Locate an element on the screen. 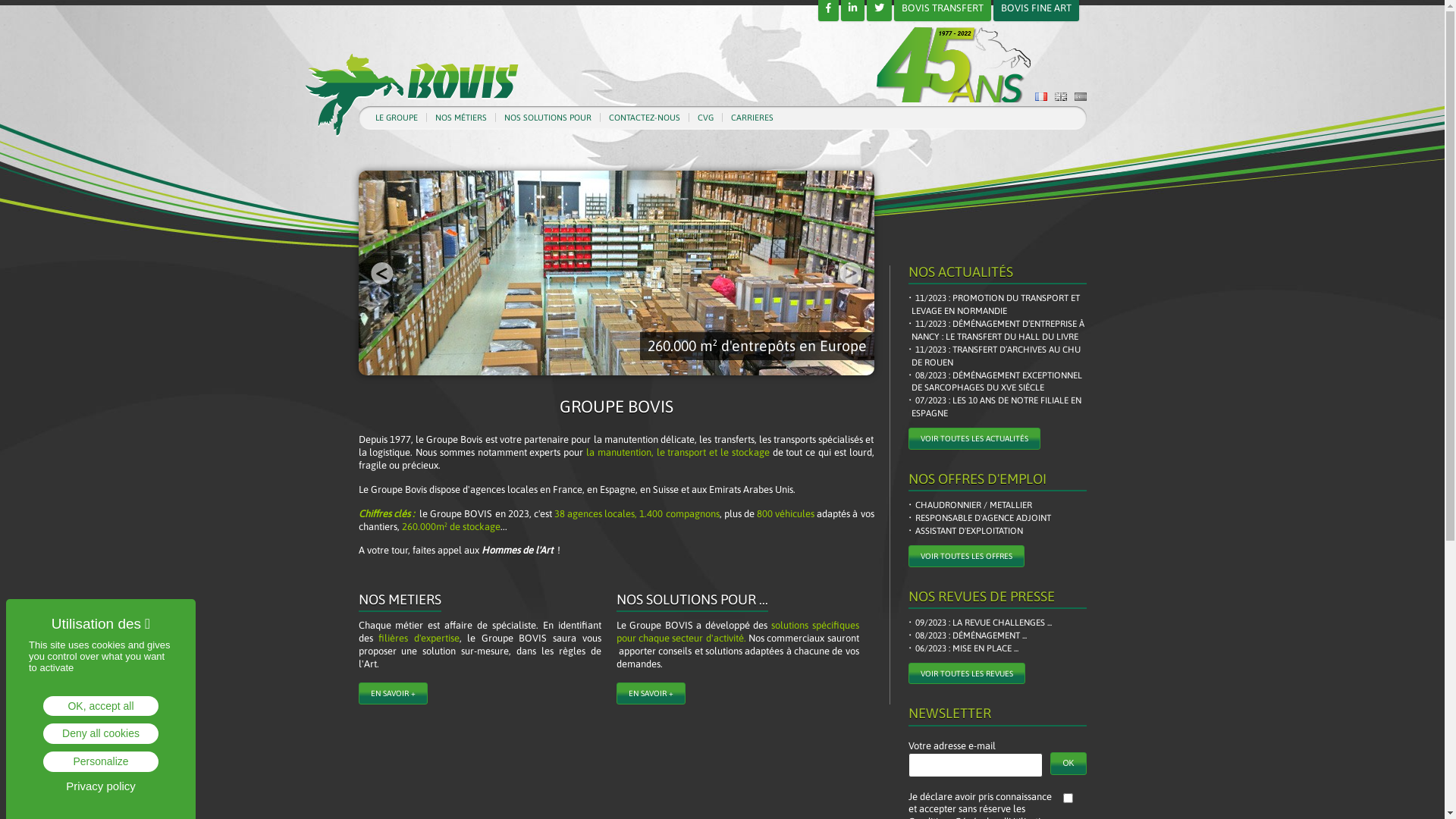 This screenshot has width=1456, height=819. '09/2023 : LA REVUE CHALLENGES ...' is located at coordinates (981, 623).